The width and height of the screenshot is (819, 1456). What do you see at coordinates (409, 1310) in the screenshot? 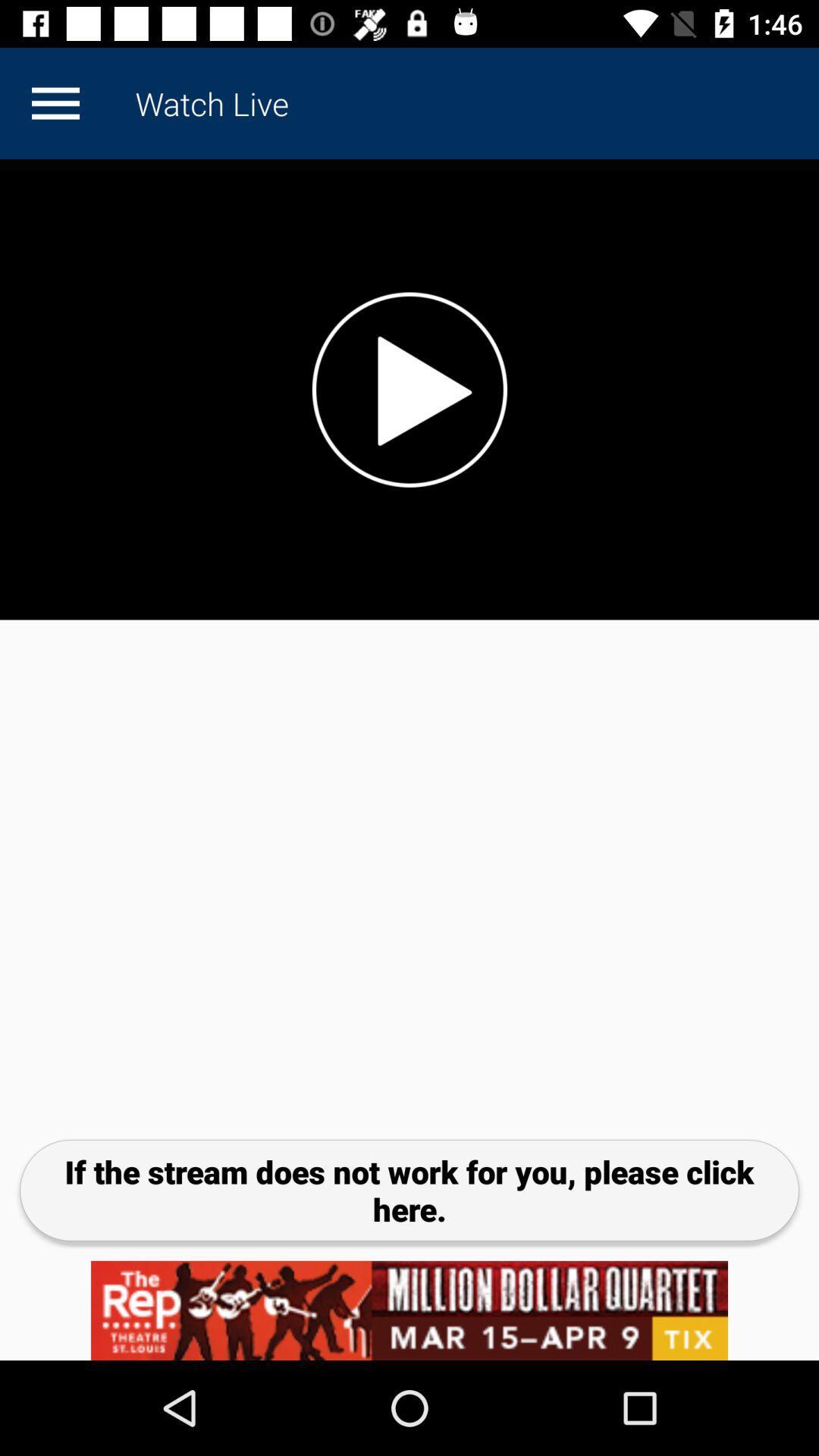
I see `advertising page` at bounding box center [409, 1310].